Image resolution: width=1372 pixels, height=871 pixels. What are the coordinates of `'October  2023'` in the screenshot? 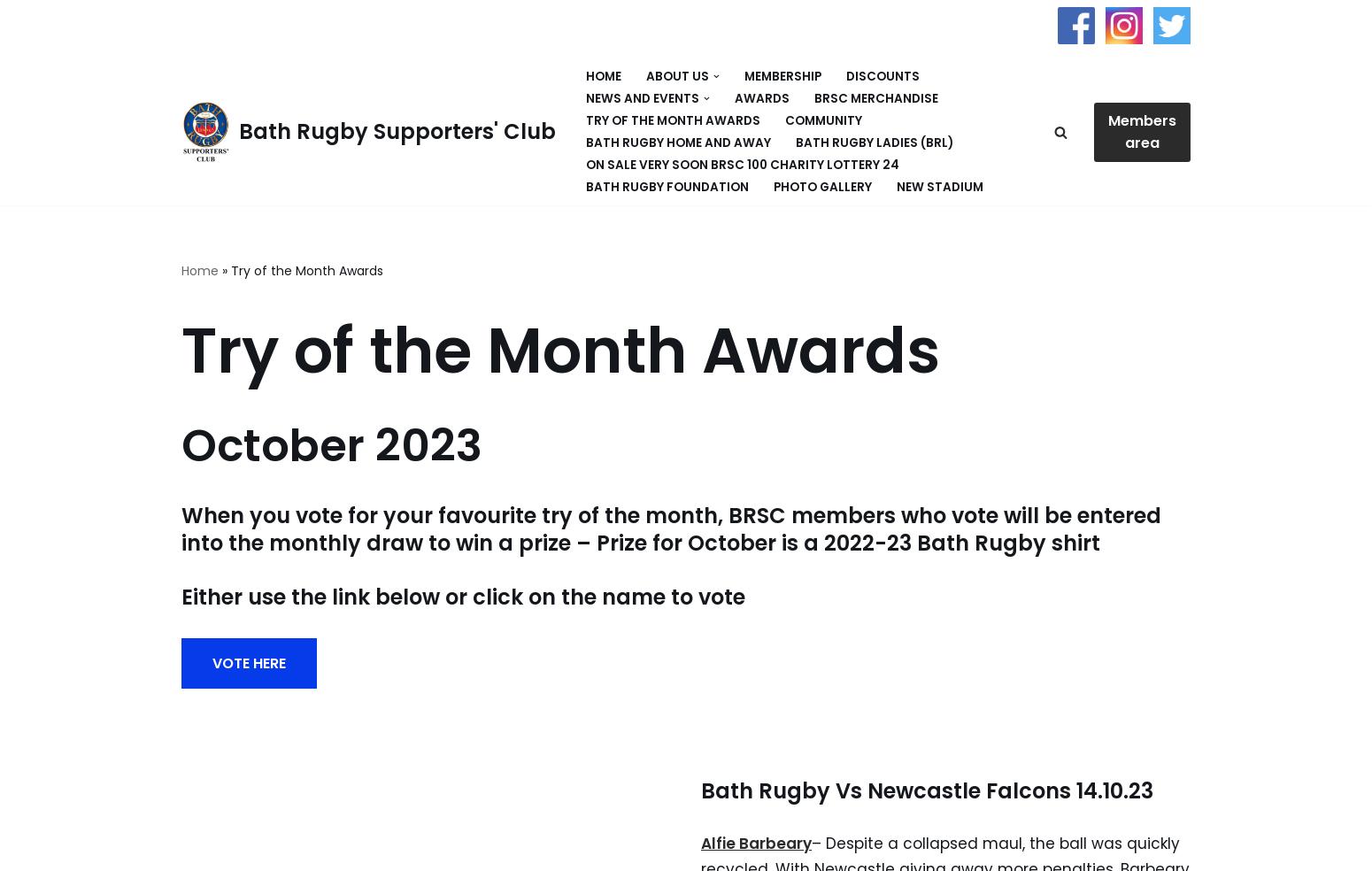 It's located at (330, 445).